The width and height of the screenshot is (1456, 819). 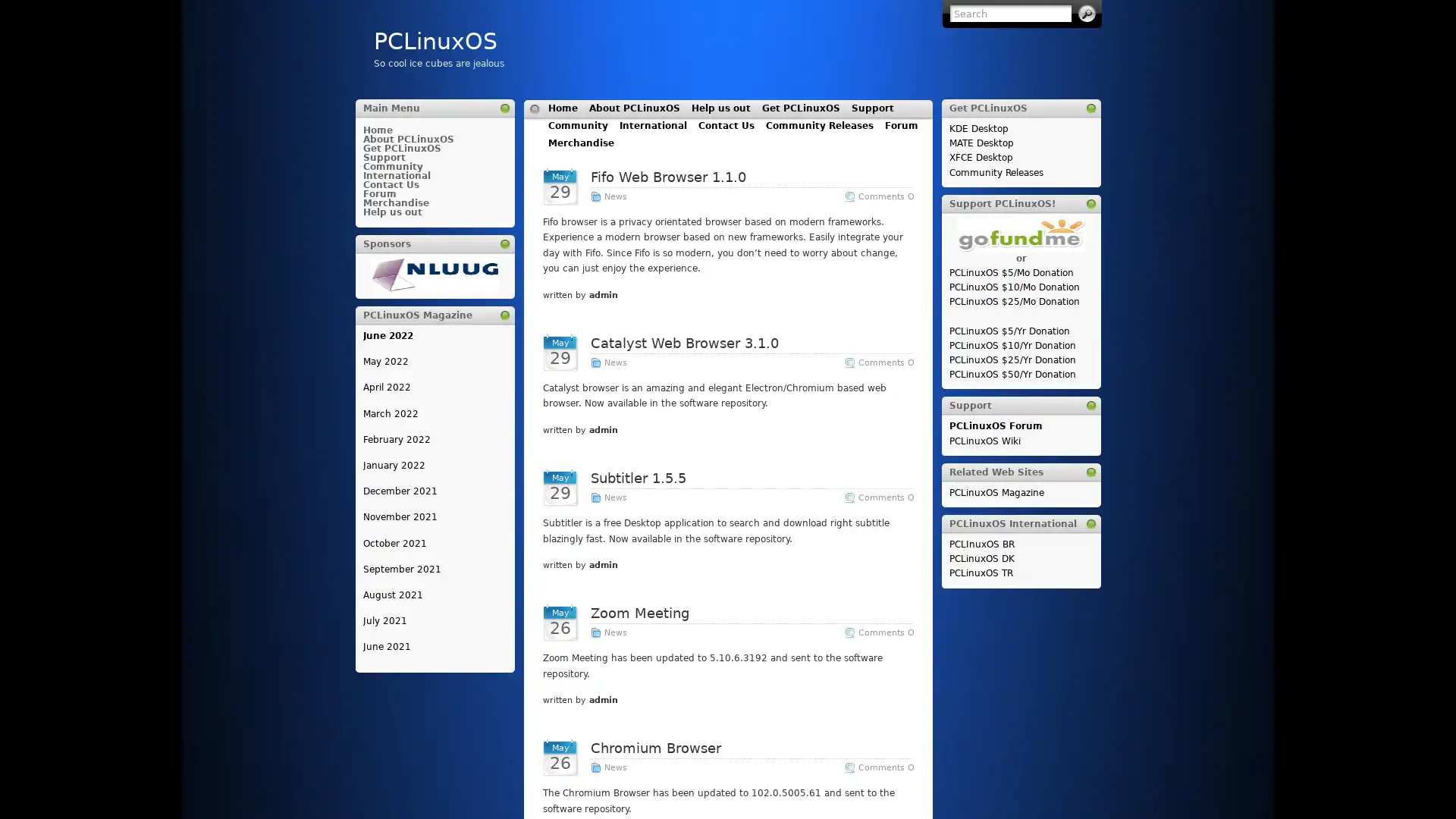 What do you see at coordinates (1086, 14) in the screenshot?
I see `Go` at bounding box center [1086, 14].